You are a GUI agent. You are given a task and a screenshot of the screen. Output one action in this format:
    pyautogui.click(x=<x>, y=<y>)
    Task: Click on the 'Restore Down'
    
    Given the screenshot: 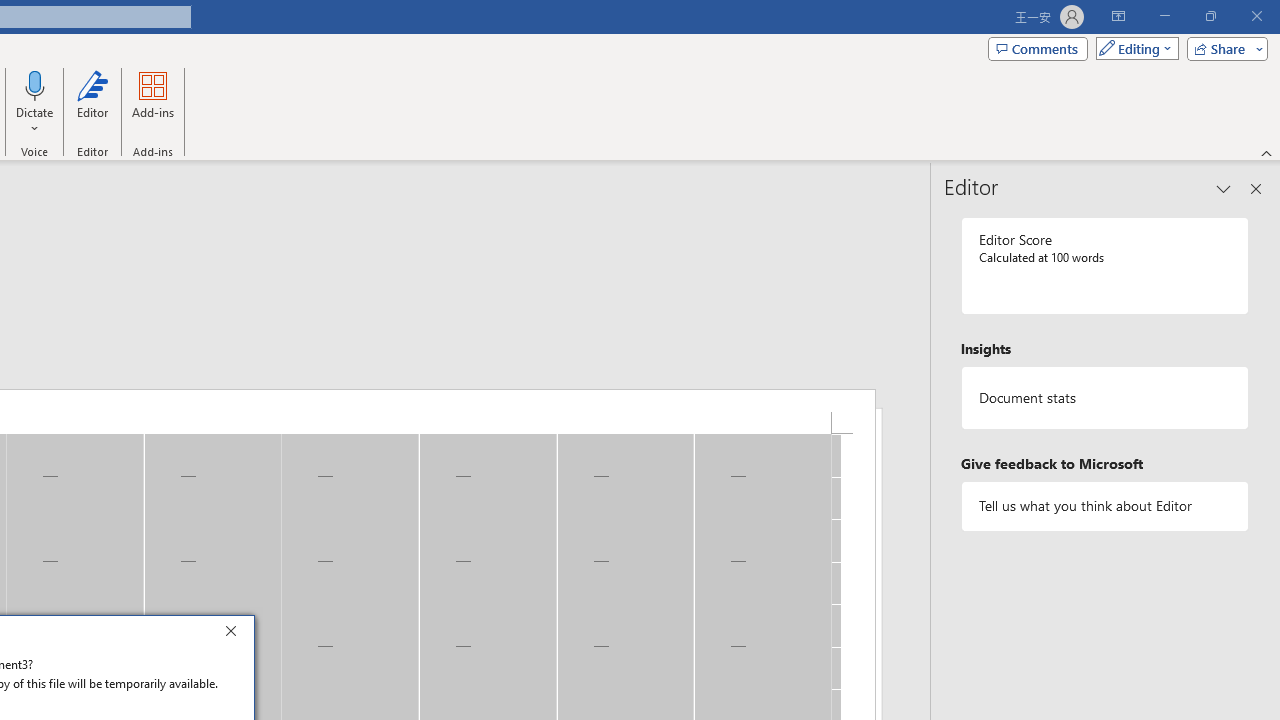 What is the action you would take?
    pyautogui.click(x=1209, y=16)
    